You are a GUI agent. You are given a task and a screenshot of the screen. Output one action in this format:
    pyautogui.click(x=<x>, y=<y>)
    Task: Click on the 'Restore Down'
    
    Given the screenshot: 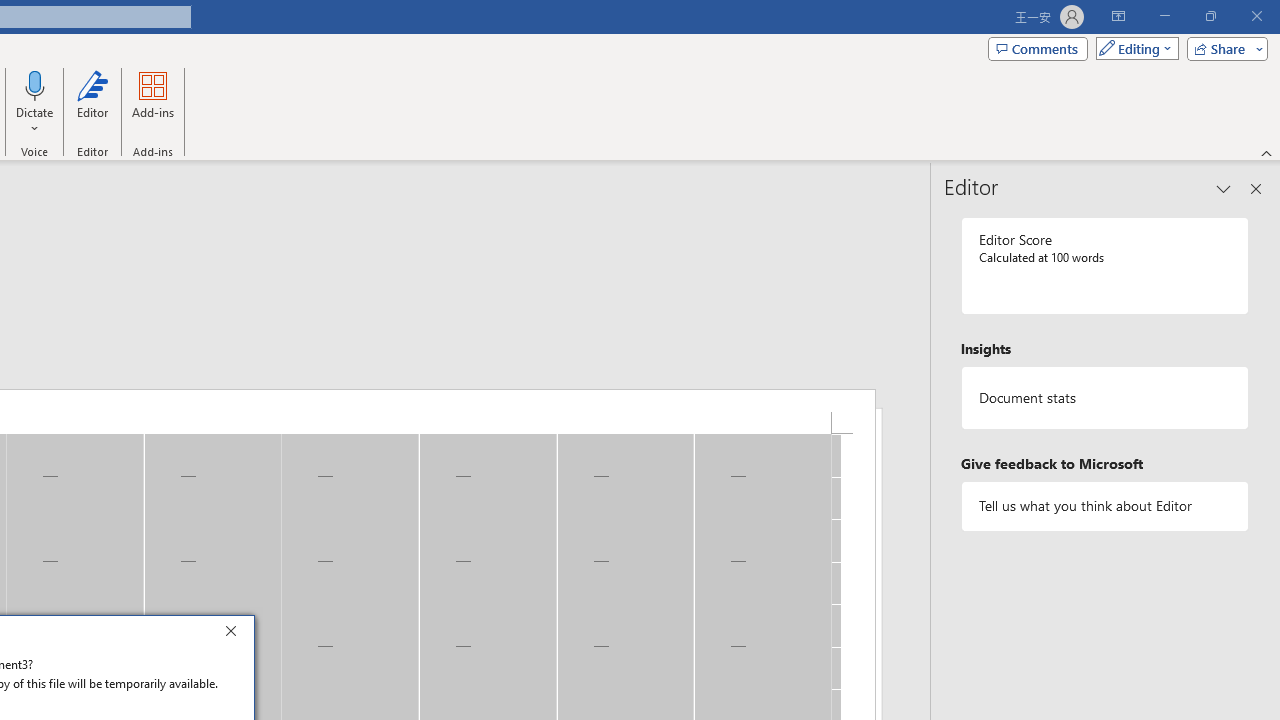 What is the action you would take?
    pyautogui.click(x=1209, y=16)
    